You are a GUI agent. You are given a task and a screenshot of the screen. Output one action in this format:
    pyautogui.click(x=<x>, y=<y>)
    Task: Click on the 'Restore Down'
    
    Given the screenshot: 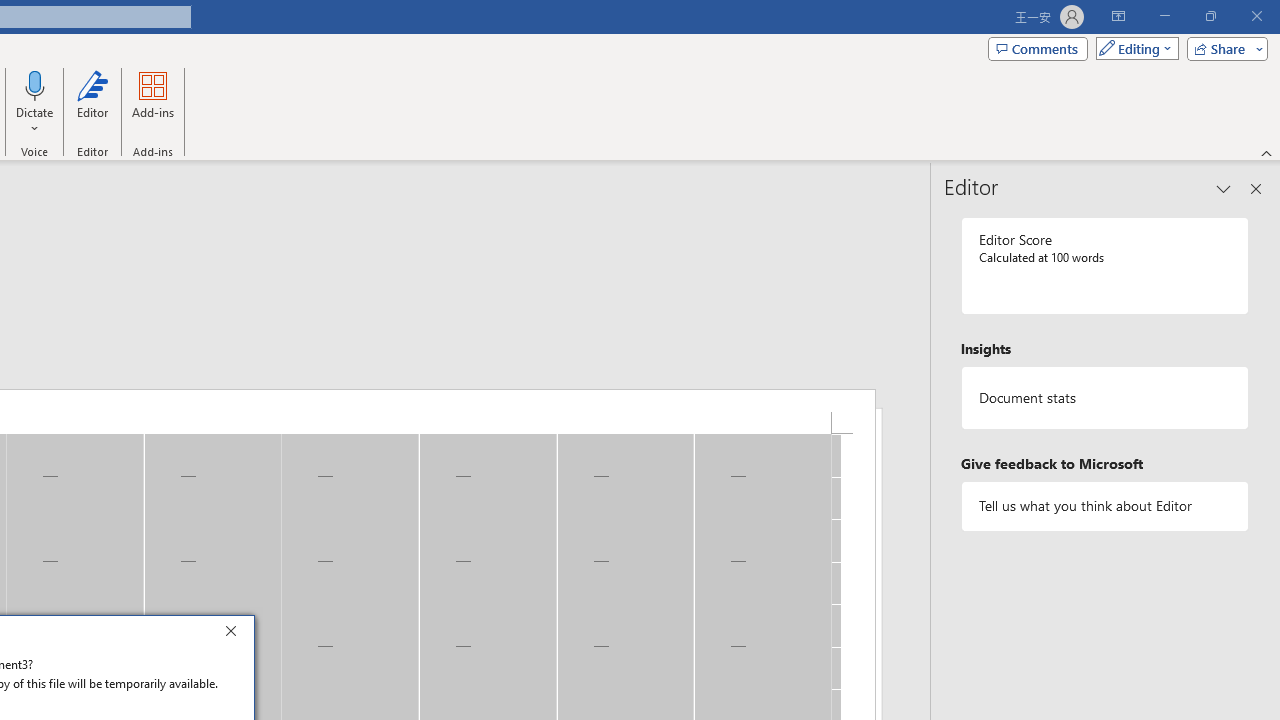 What is the action you would take?
    pyautogui.click(x=1209, y=16)
    